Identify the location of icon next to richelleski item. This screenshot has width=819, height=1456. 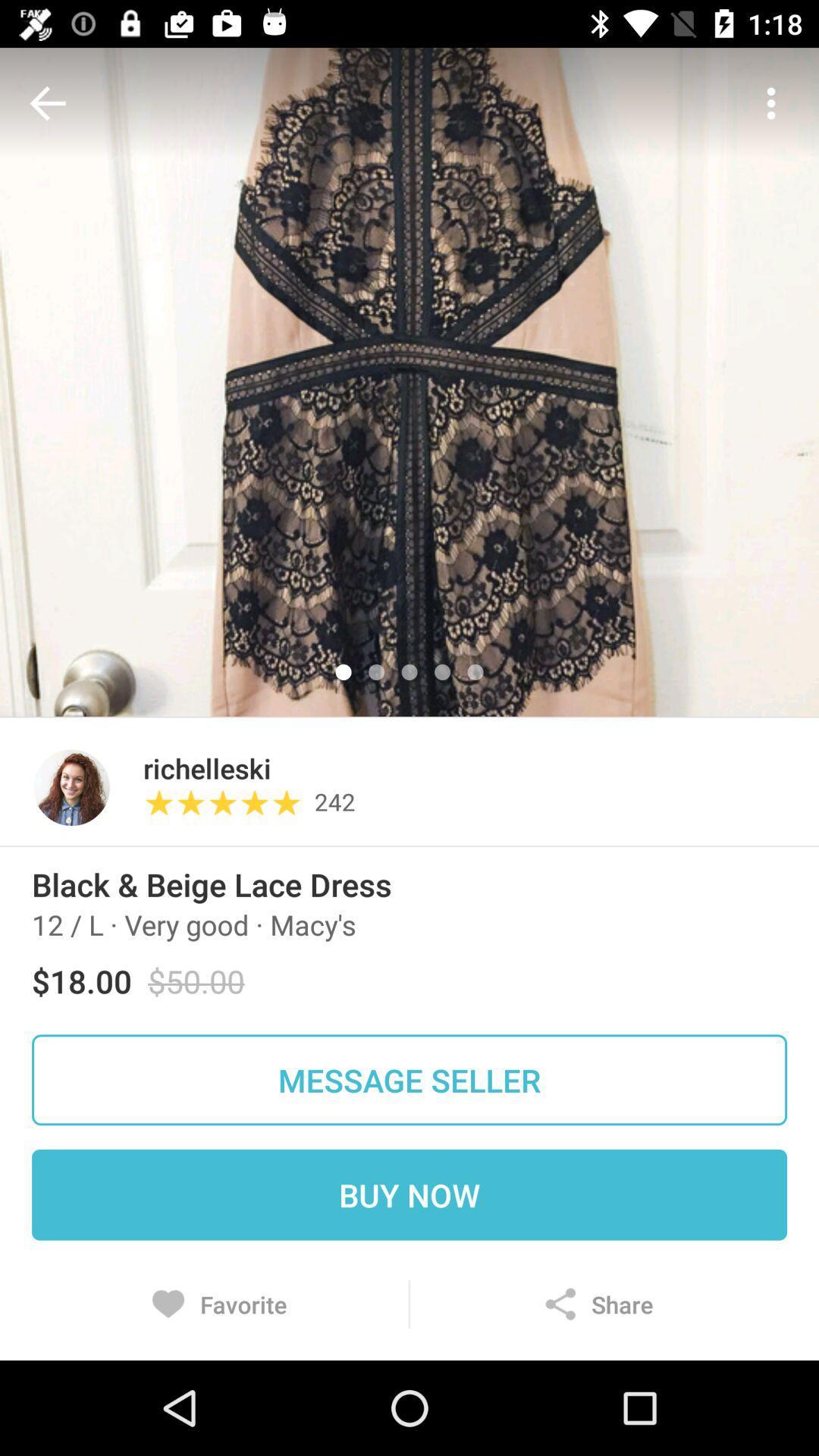
(71, 787).